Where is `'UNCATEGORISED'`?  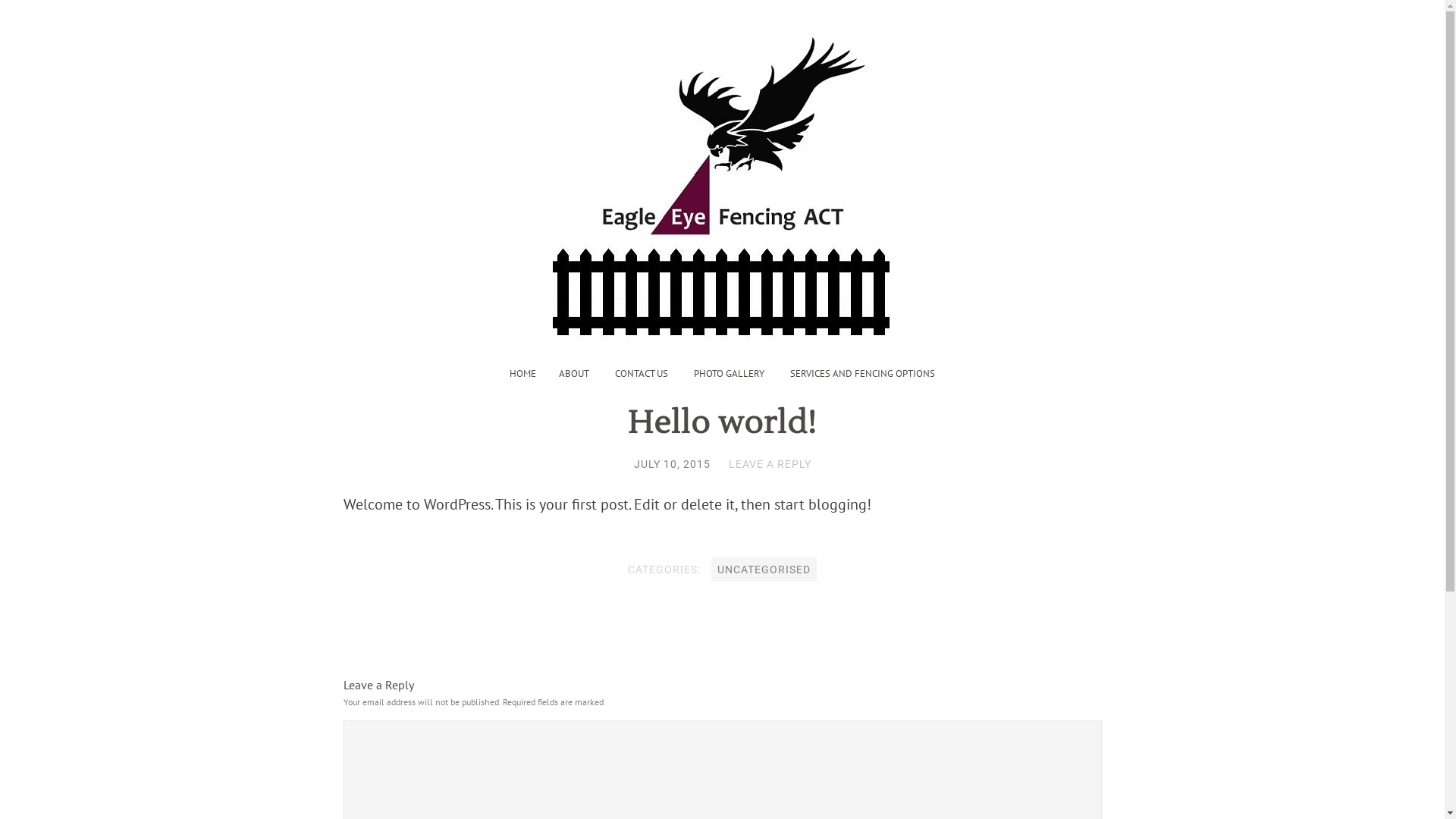
'UNCATEGORISED' is located at coordinates (764, 570).